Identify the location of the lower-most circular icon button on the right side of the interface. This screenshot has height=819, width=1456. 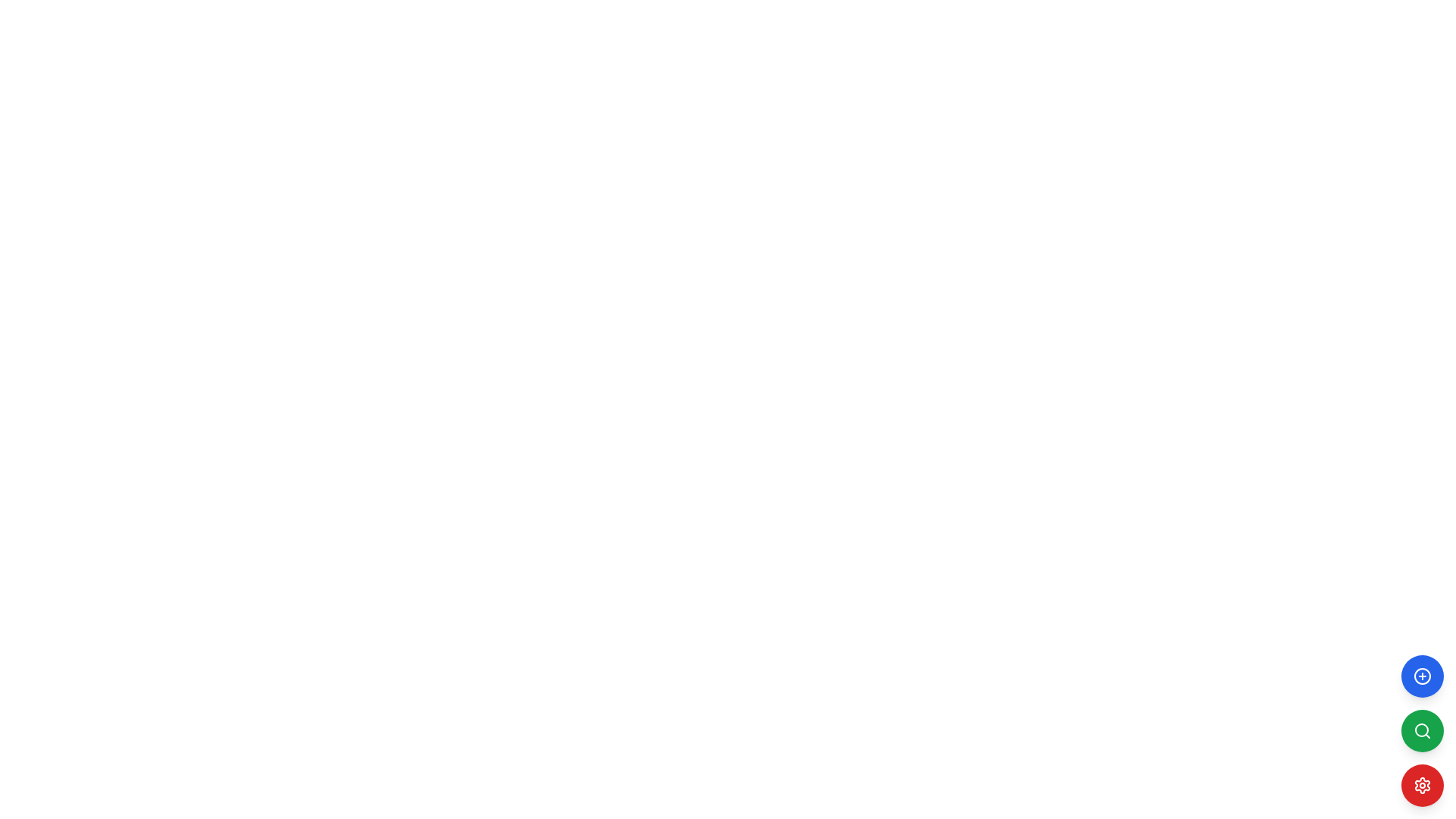
(1422, 785).